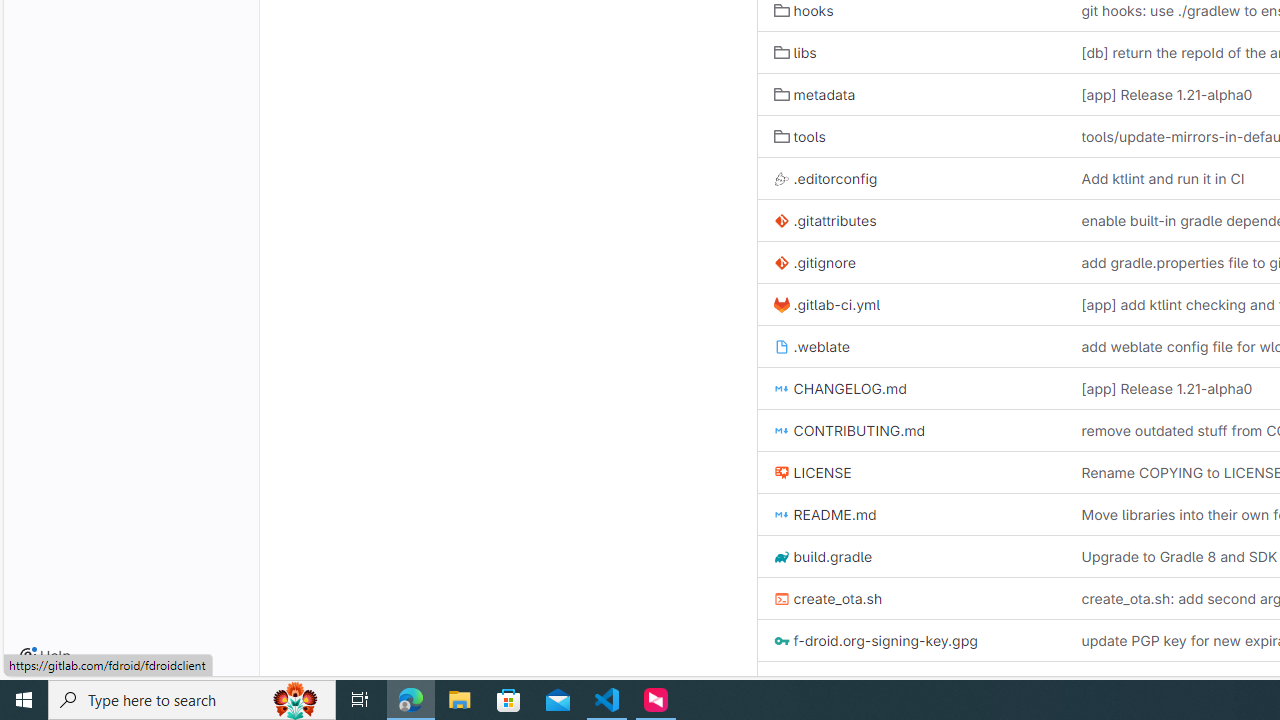 The height and width of the screenshot is (720, 1280). Describe the element at coordinates (812, 473) in the screenshot. I see `'LICENSE'` at that location.